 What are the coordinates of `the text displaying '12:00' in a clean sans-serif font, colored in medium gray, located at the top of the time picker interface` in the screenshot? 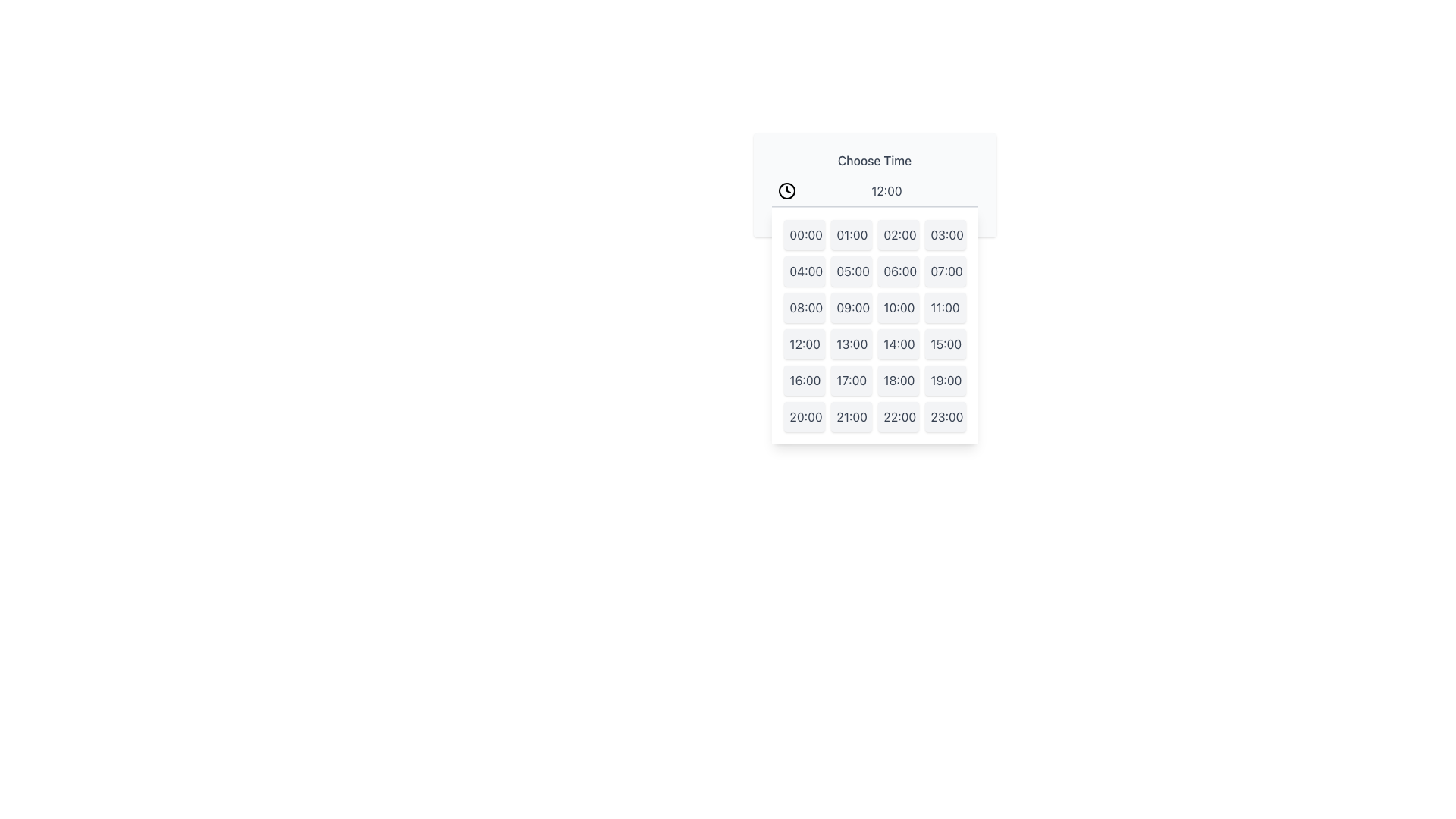 It's located at (886, 190).